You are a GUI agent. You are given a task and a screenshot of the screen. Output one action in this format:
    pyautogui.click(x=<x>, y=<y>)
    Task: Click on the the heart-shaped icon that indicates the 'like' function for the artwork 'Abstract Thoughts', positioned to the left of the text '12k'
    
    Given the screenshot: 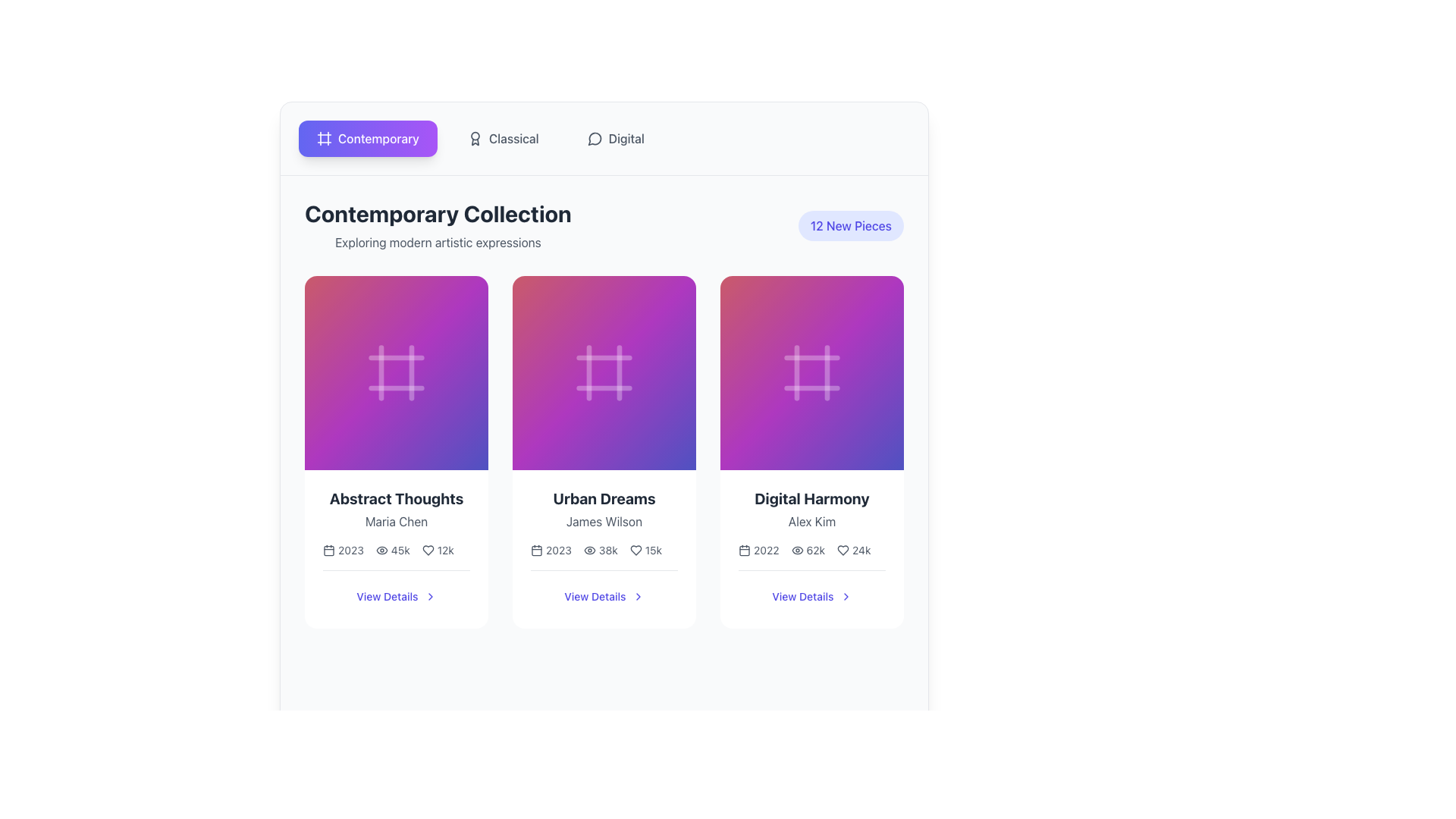 What is the action you would take?
    pyautogui.click(x=427, y=550)
    